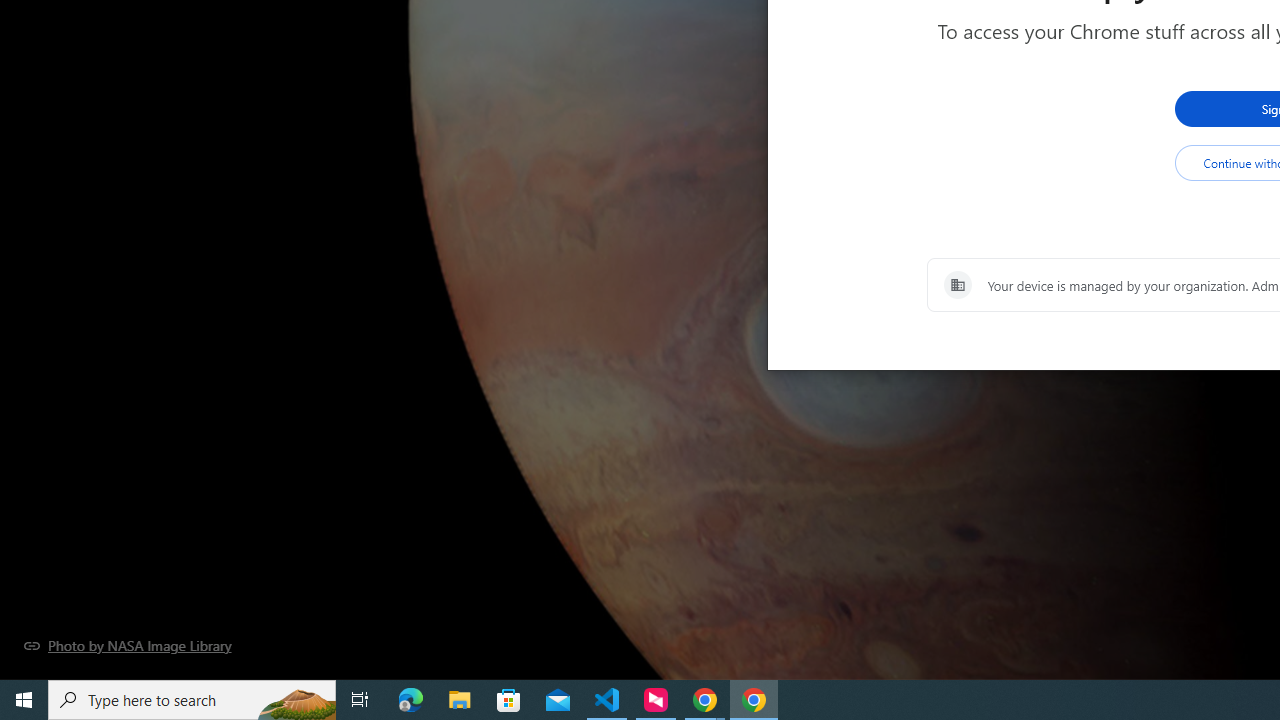 The width and height of the screenshot is (1280, 720). I want to click on 'Google Chrome - 1 running window', so click(753, 698).